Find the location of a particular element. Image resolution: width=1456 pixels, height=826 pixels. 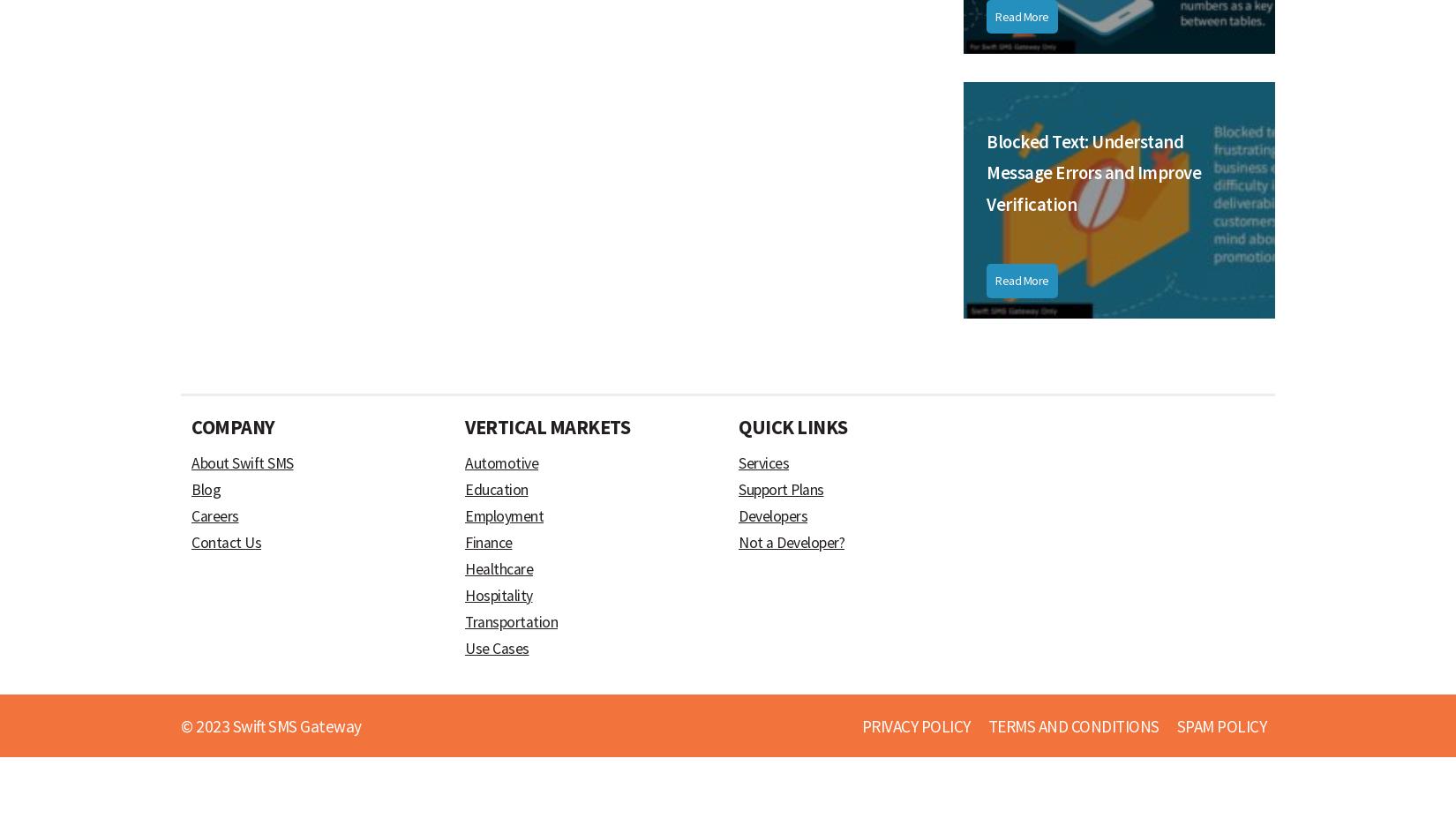

'Support Plans' is located at coordinates (781, 488).